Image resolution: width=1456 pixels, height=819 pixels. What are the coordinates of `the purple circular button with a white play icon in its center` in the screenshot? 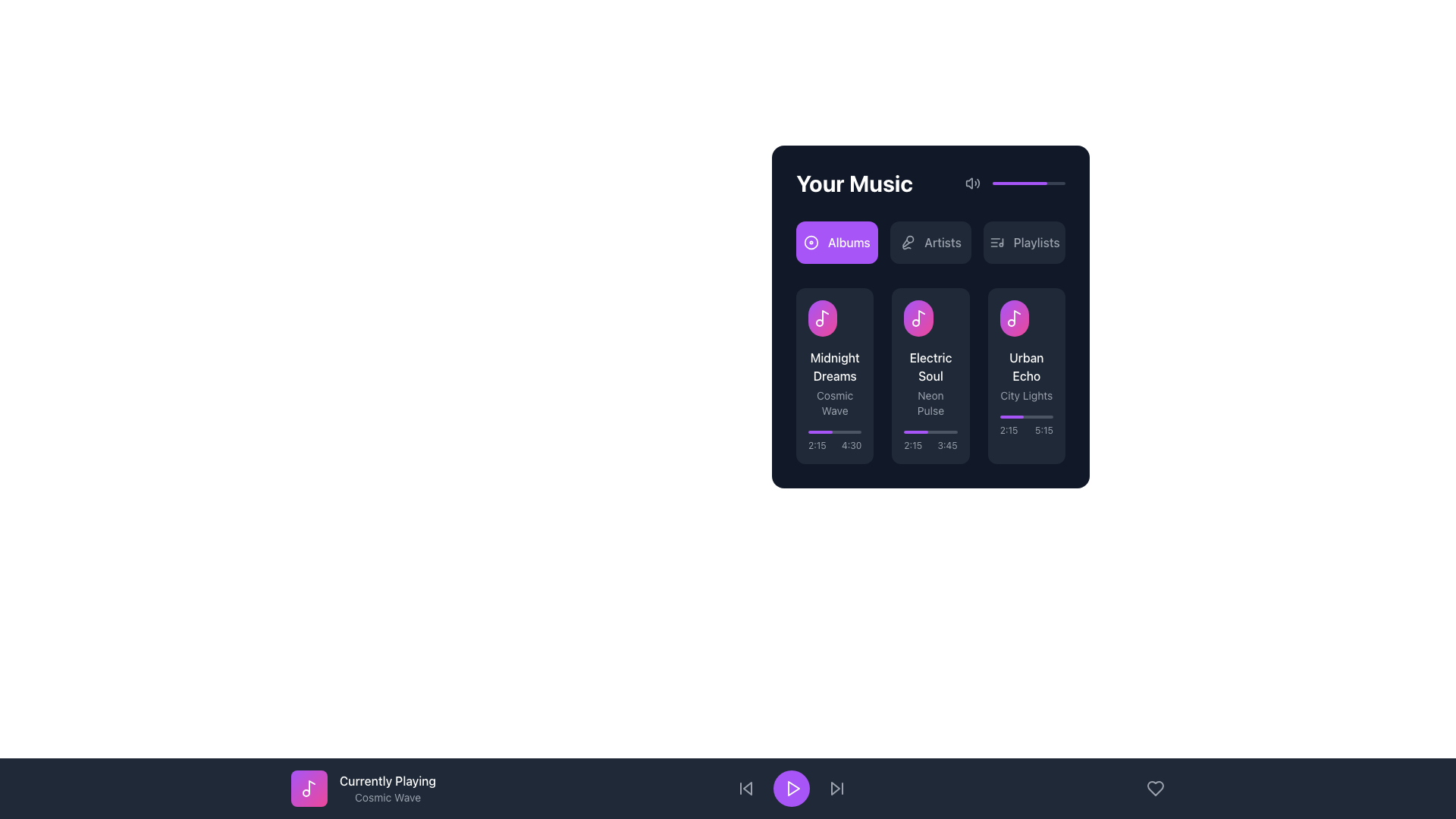 It's located at (790, 788).